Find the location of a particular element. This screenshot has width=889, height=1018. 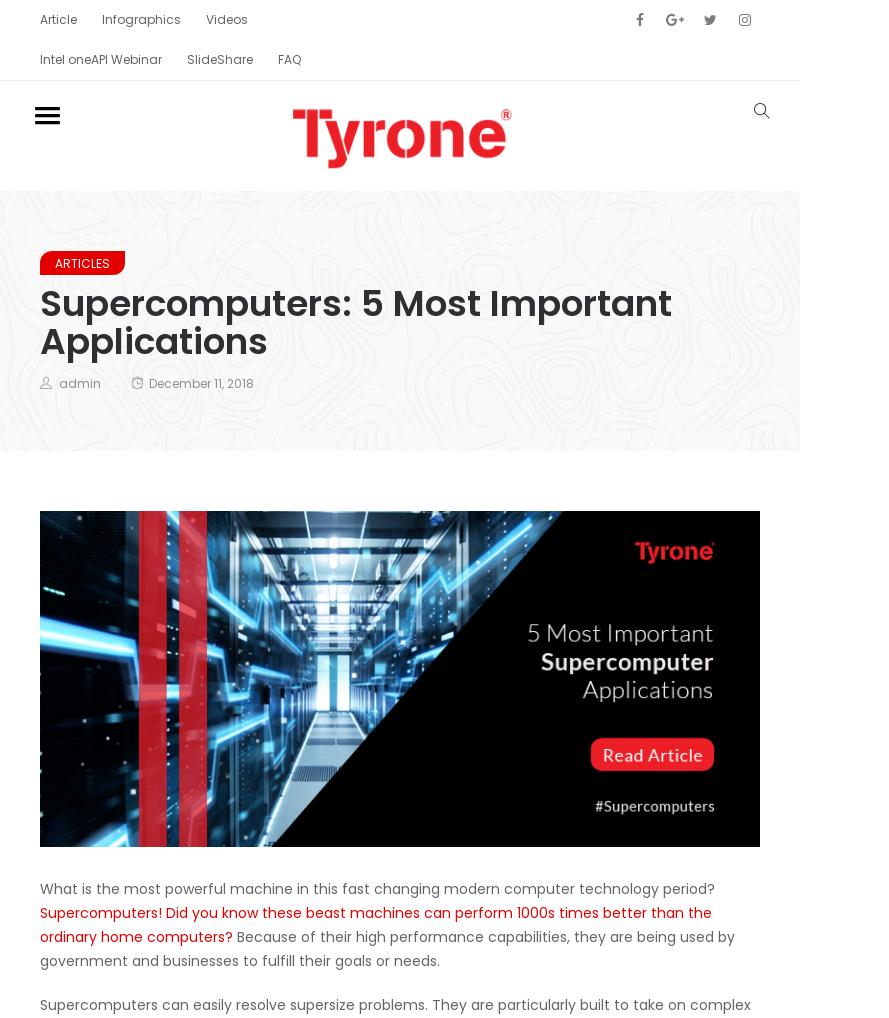

'admin' is located at coordinates (79, 382).